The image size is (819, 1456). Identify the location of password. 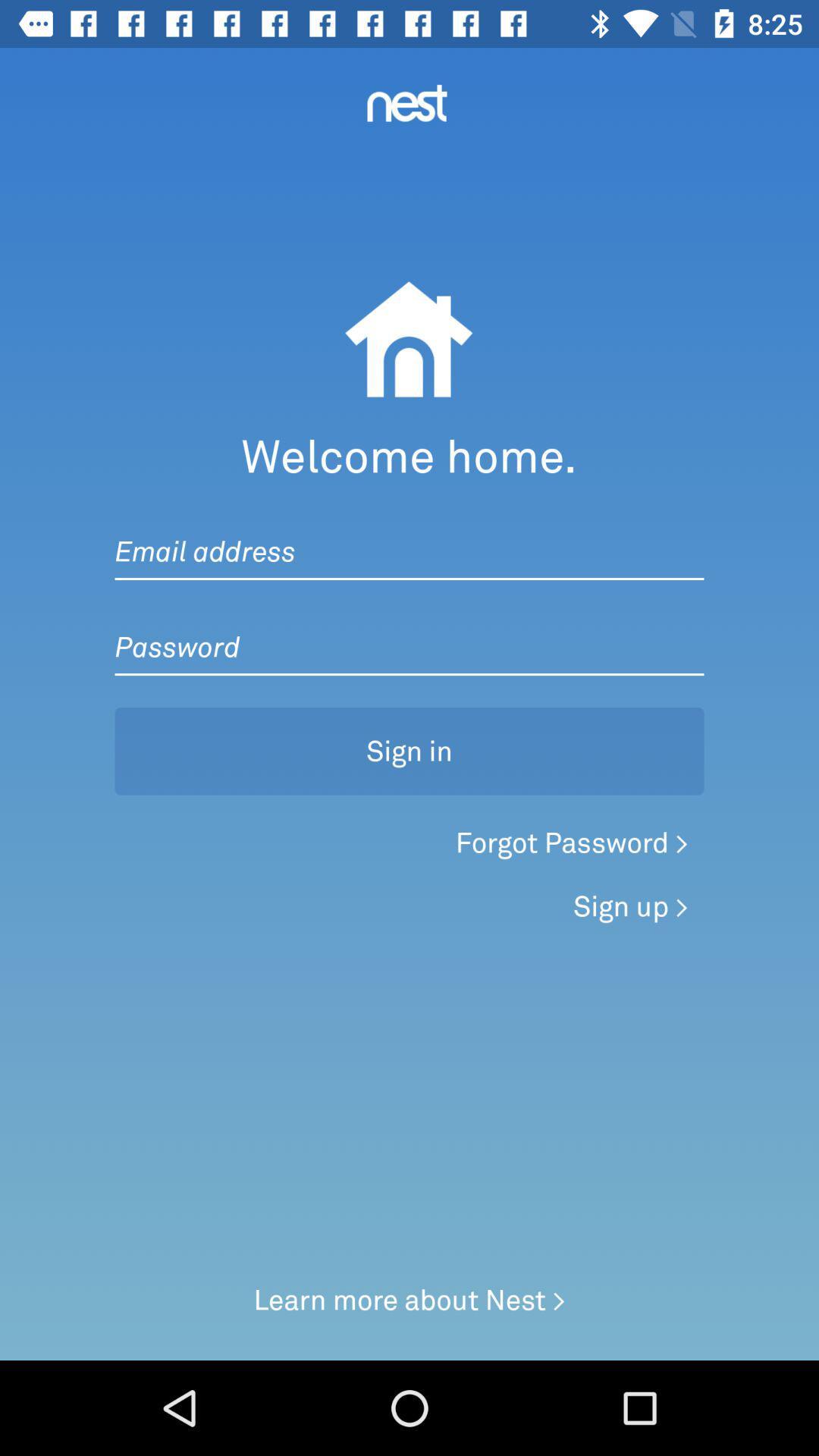
(409, 632).